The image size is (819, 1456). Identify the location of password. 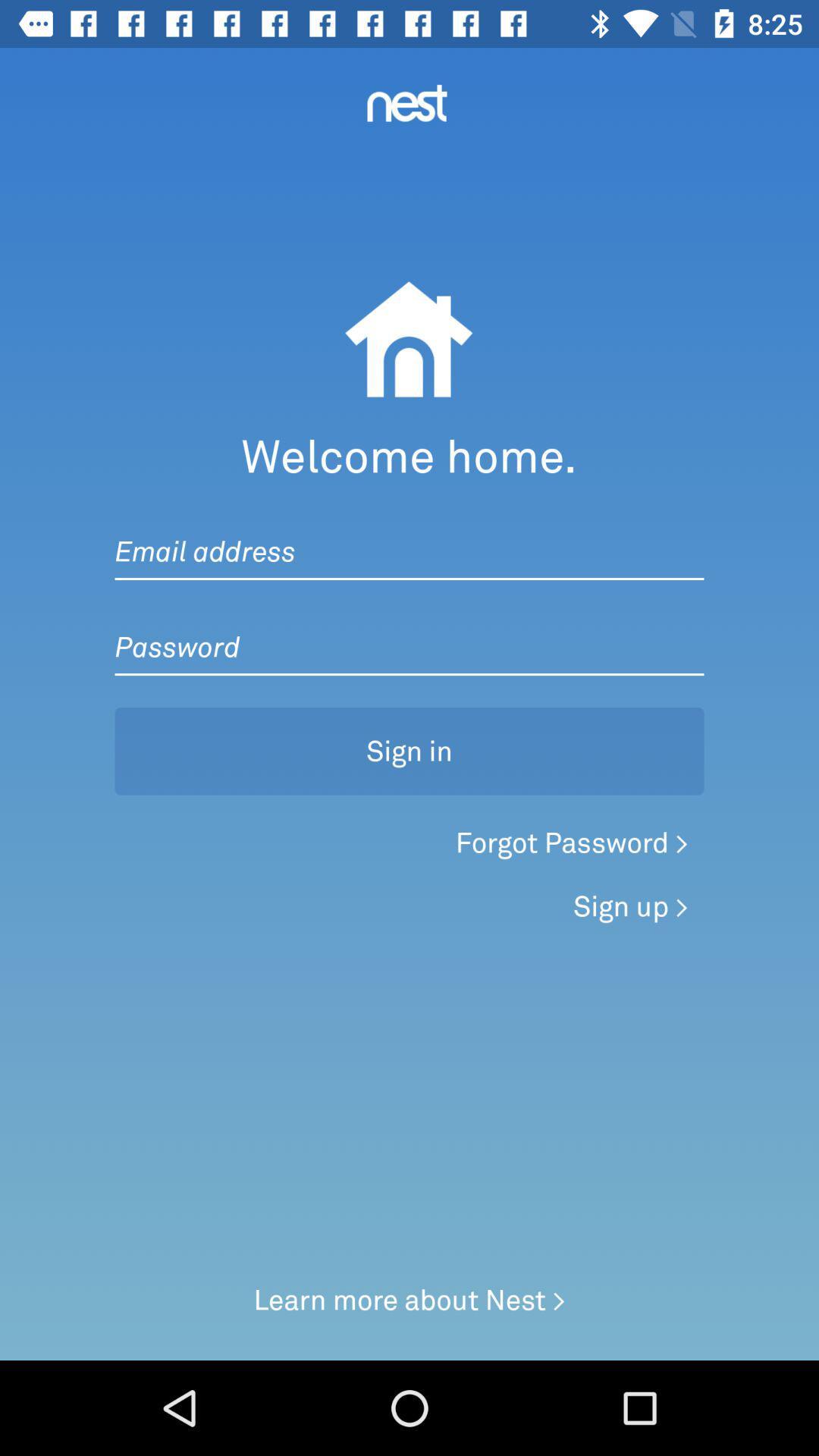
(409, 632).